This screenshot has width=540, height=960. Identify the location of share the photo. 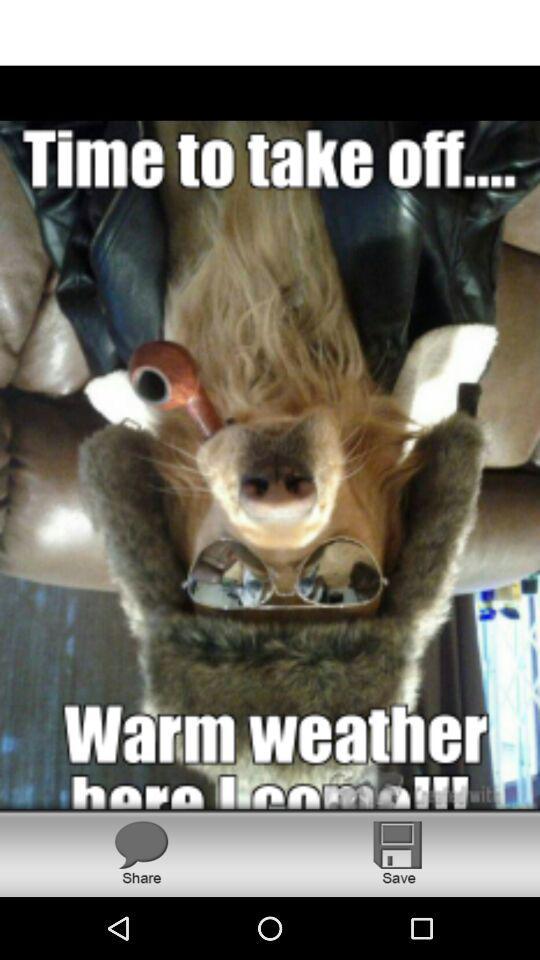
(140, 851).